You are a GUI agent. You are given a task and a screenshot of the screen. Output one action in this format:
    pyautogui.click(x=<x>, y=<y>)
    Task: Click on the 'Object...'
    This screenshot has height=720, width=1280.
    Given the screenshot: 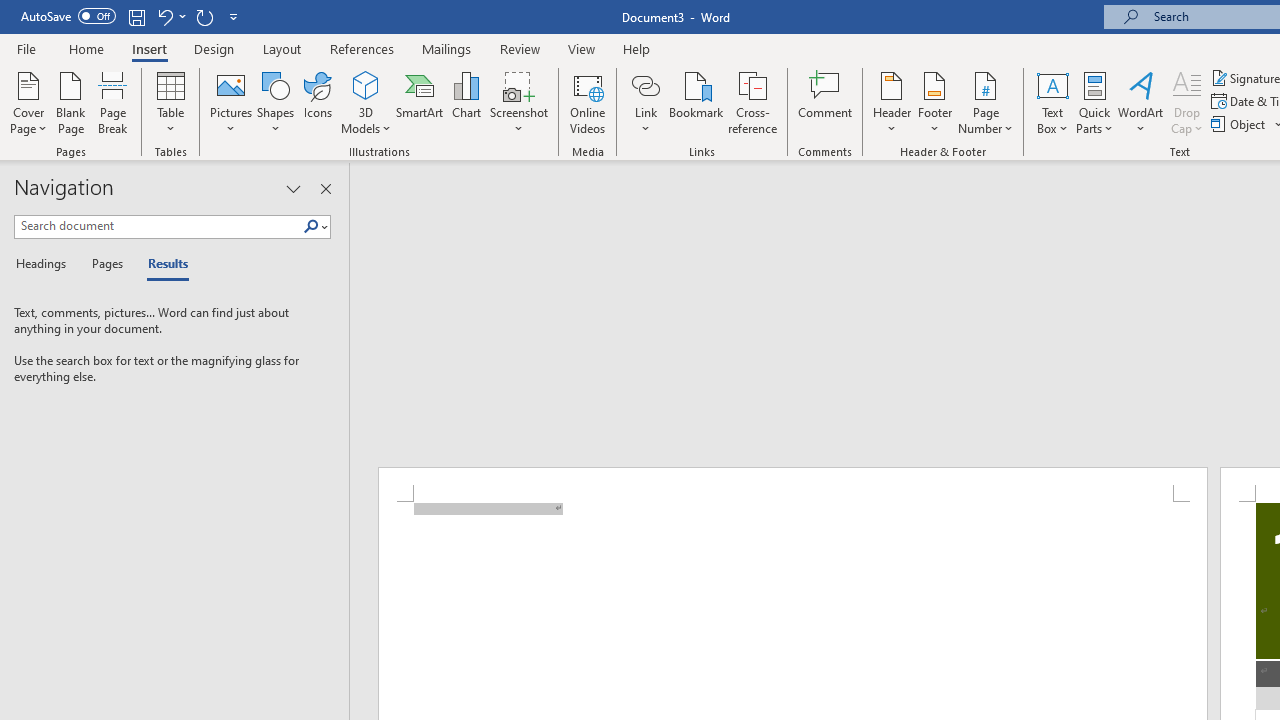 What is the action you would take?
    pyautogui.click(x=1239, y=124)
    